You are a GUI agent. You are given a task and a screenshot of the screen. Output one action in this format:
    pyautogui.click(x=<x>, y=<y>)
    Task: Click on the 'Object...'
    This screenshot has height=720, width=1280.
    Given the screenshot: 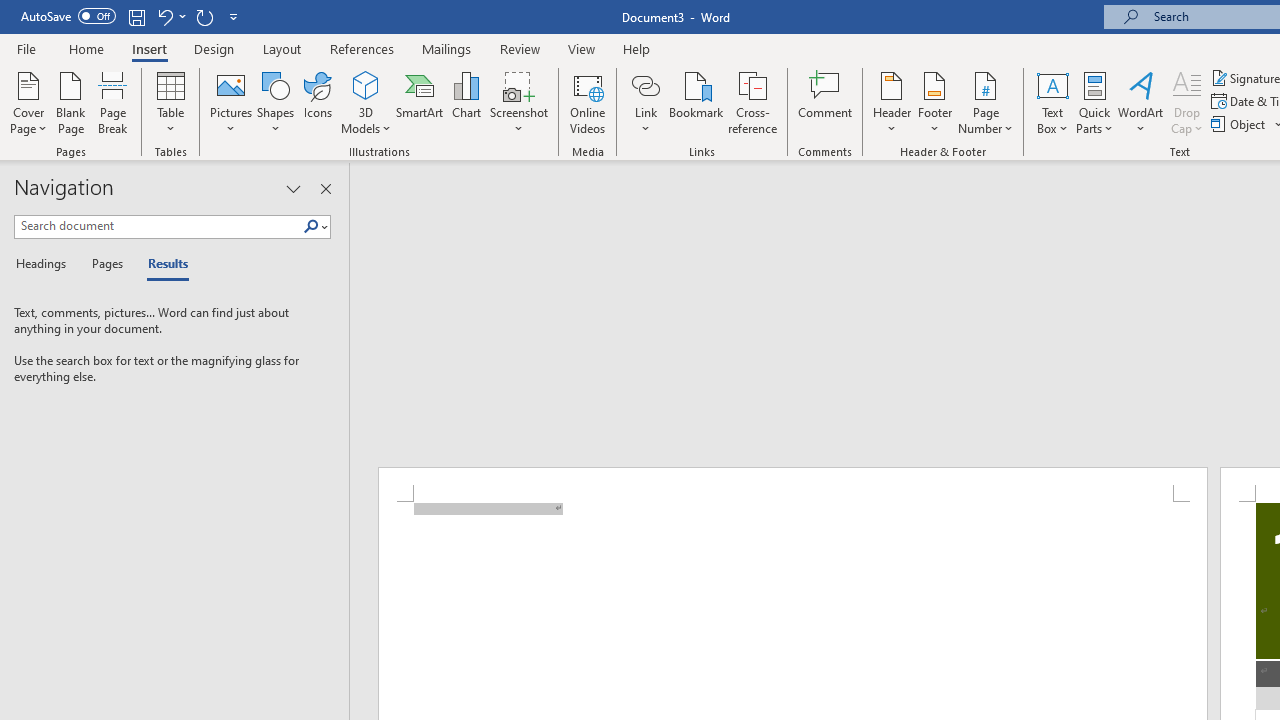 What is the action you would take?
    pyautogui.click(x=1239, y=124)
    